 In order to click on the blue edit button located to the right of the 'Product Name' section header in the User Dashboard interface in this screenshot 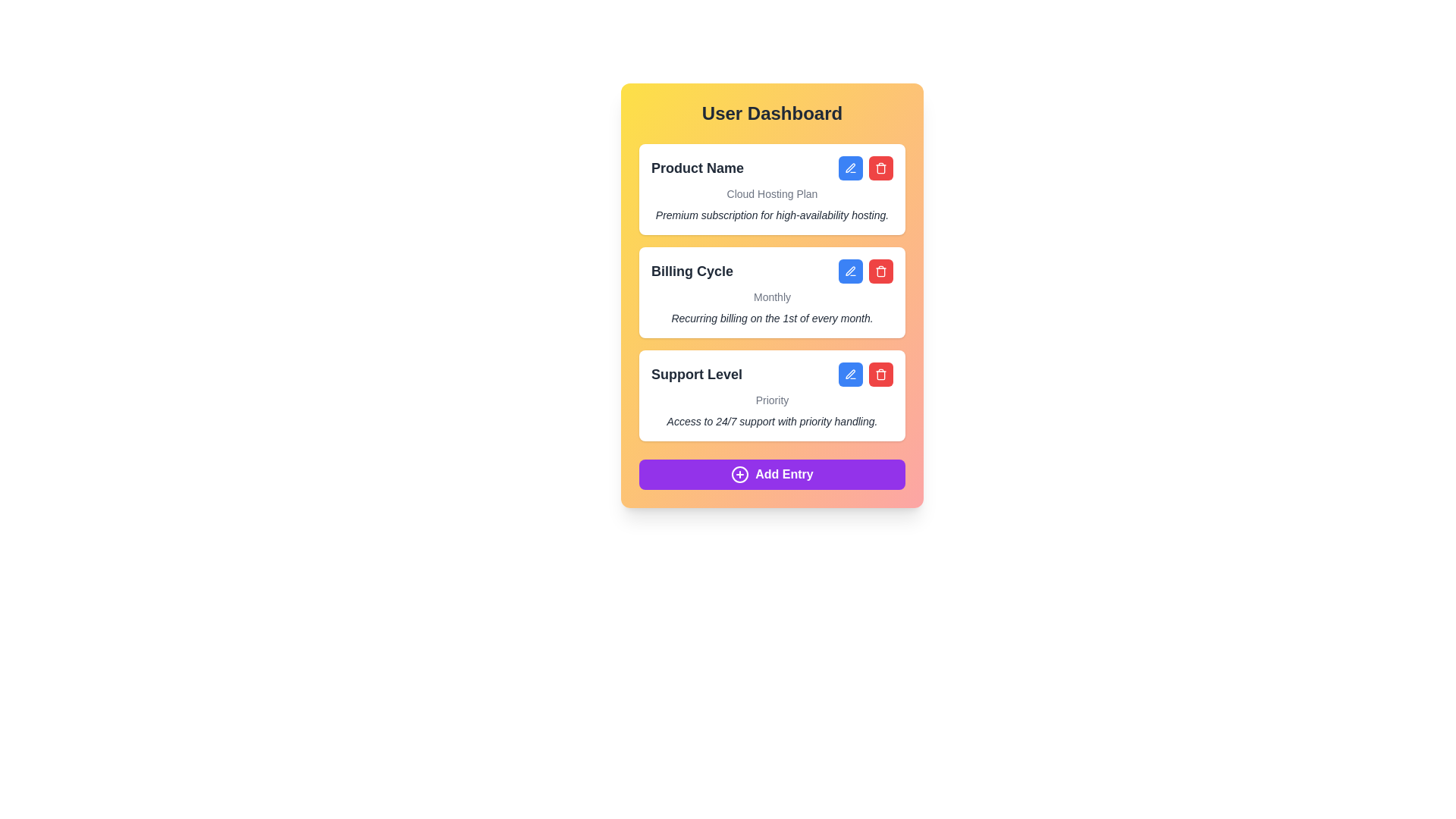, I will do `click(850, 168)`.